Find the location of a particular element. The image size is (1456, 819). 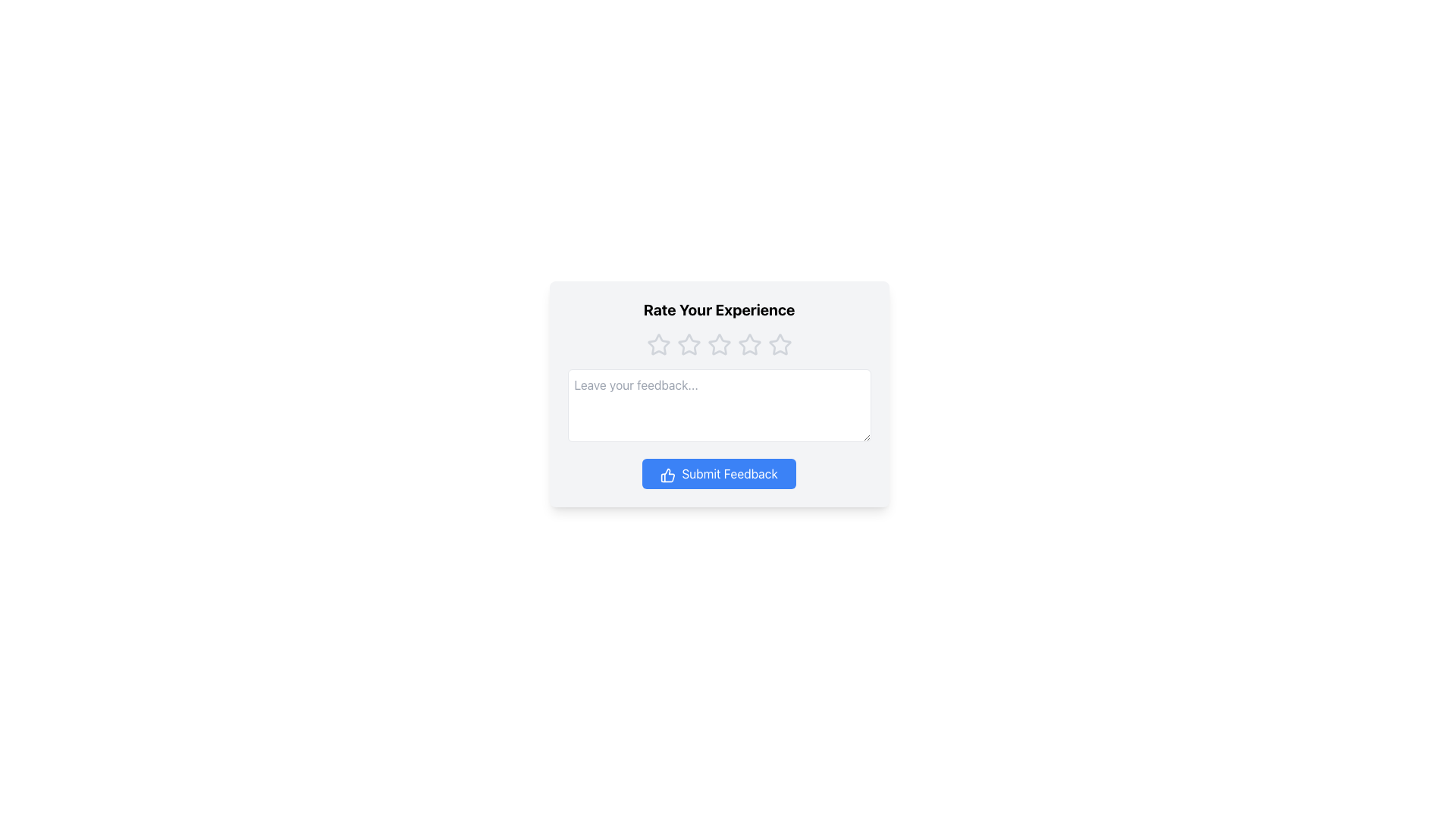

the static text element displaying 'Rate Your Experience', which is bold, black, and located at the top of a light gray rounded card is located at coordinates (718, 309).